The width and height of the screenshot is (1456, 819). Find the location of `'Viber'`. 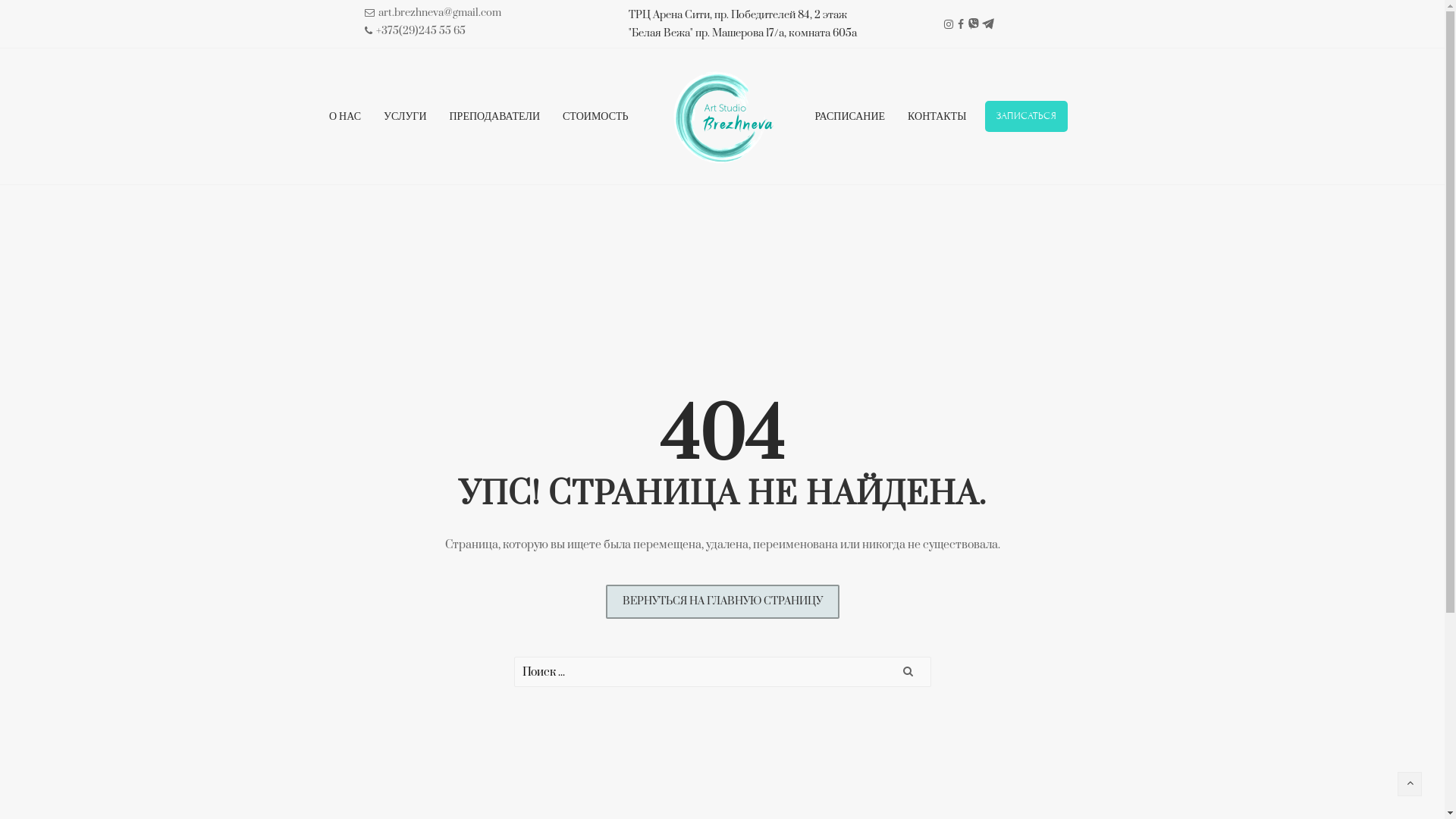

'Viber' is located at coordinates (973, 24).